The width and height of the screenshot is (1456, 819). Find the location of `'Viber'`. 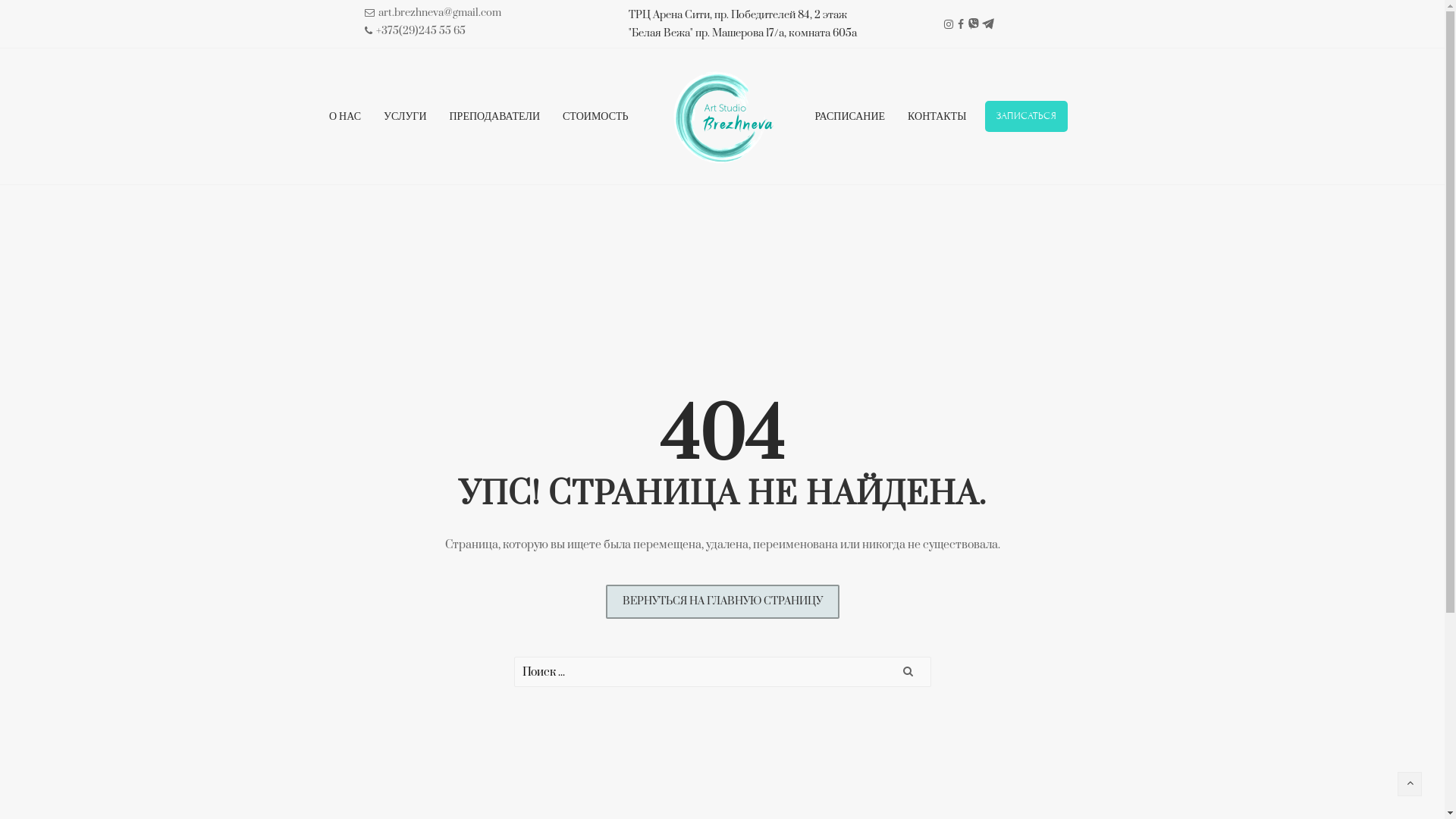

'Viber' is located at coordinates (973, 24).